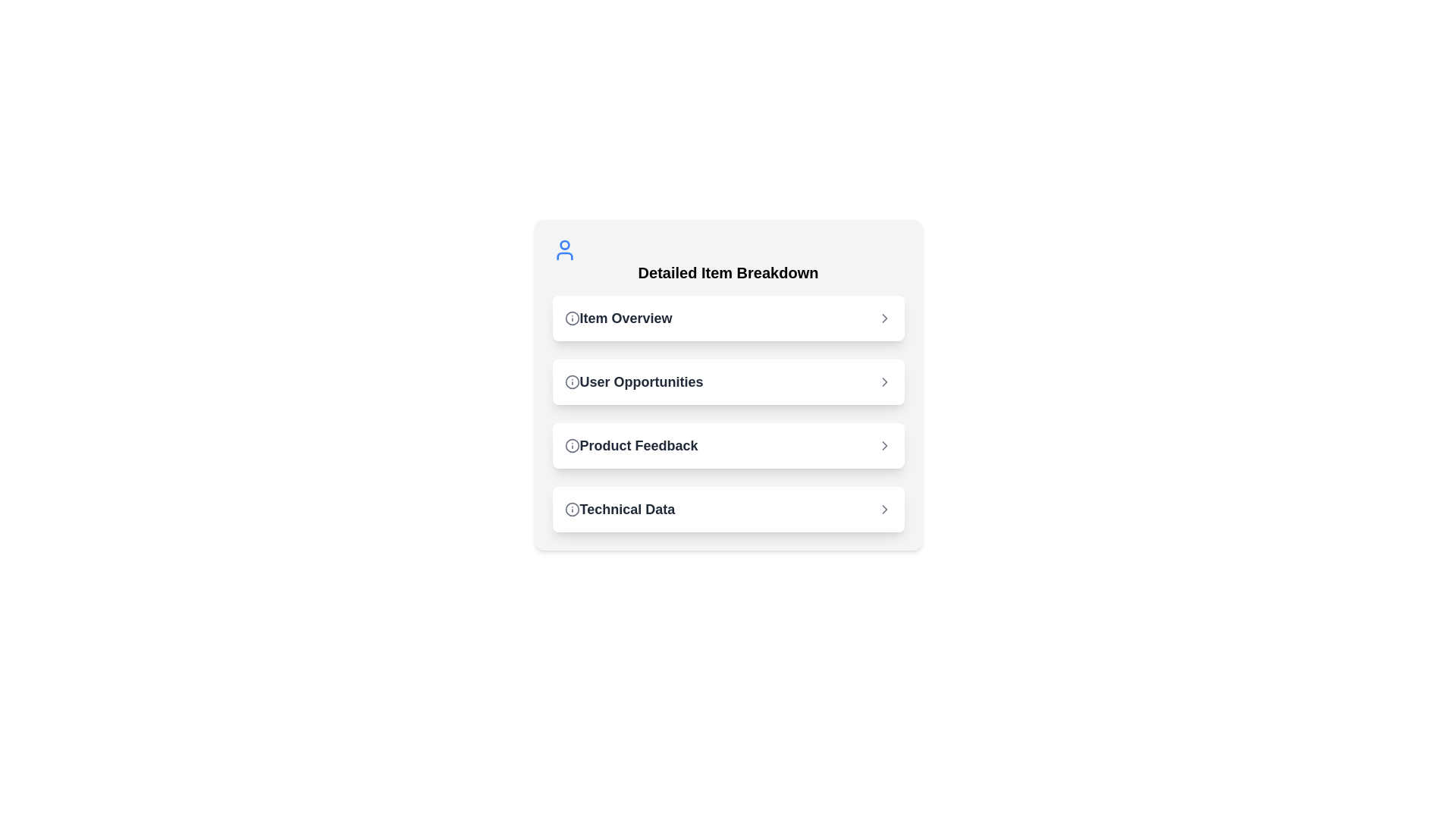 This screenshot has height=819, width=1456. Describe the element at coordinates (884, 318) in the screenshot. I see `the icon located at the far right of the 'Item Overview' section` at that location.